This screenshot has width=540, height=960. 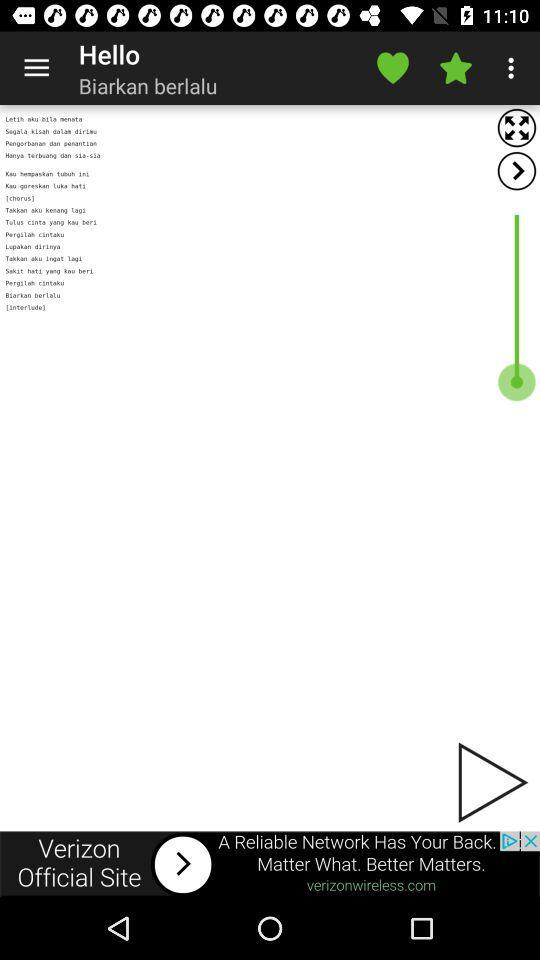 I want to click on play, so click(x=490, y=782).